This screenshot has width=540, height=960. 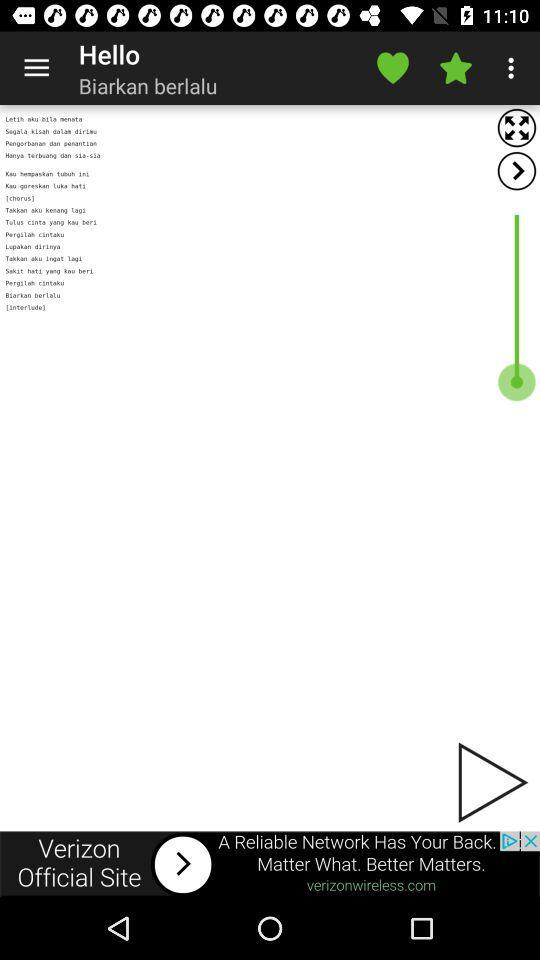 I want to click on play, so click(x=490, y=782).